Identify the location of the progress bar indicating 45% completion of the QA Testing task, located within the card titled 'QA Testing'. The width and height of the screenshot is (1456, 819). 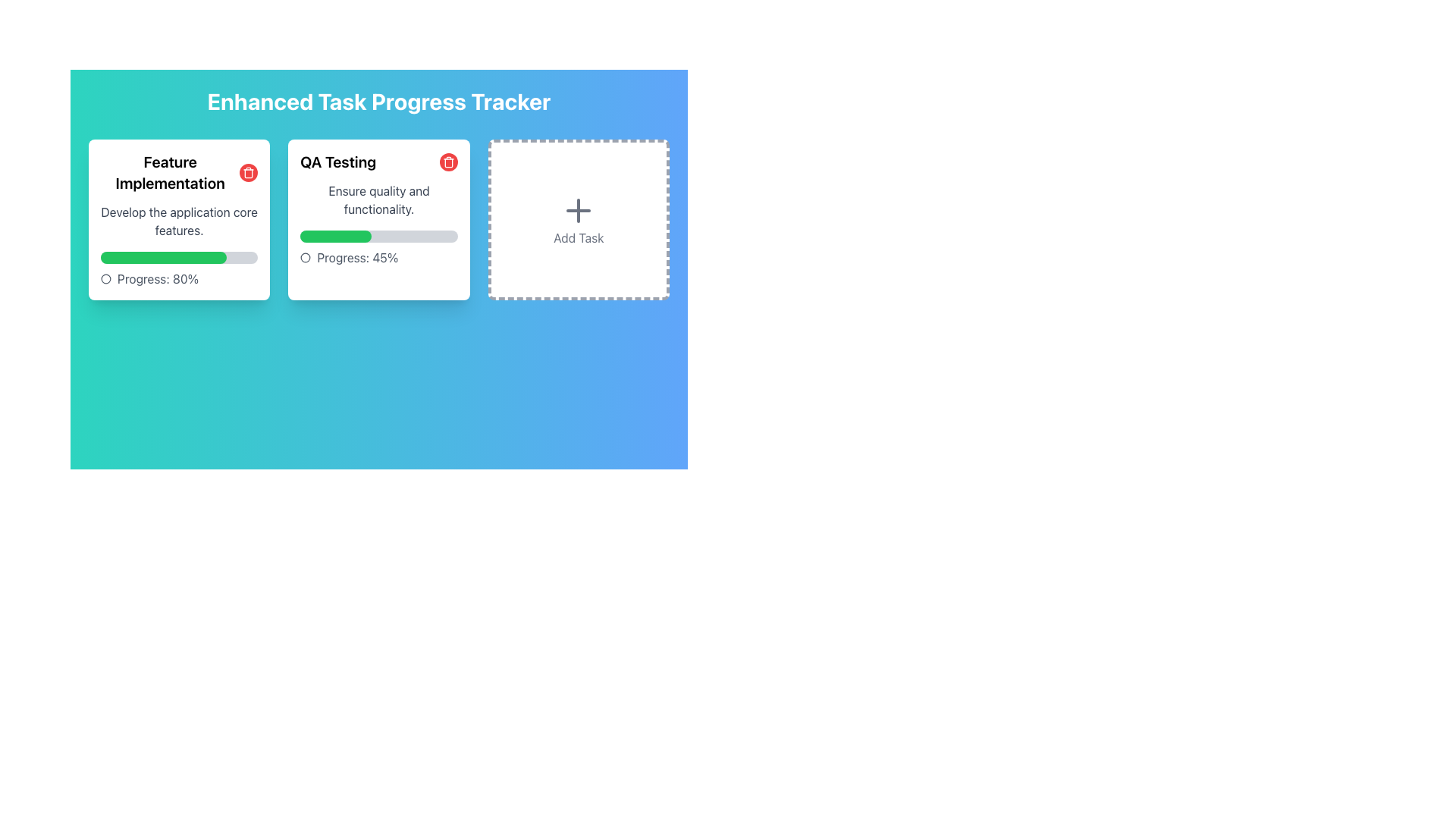
(378, 237).